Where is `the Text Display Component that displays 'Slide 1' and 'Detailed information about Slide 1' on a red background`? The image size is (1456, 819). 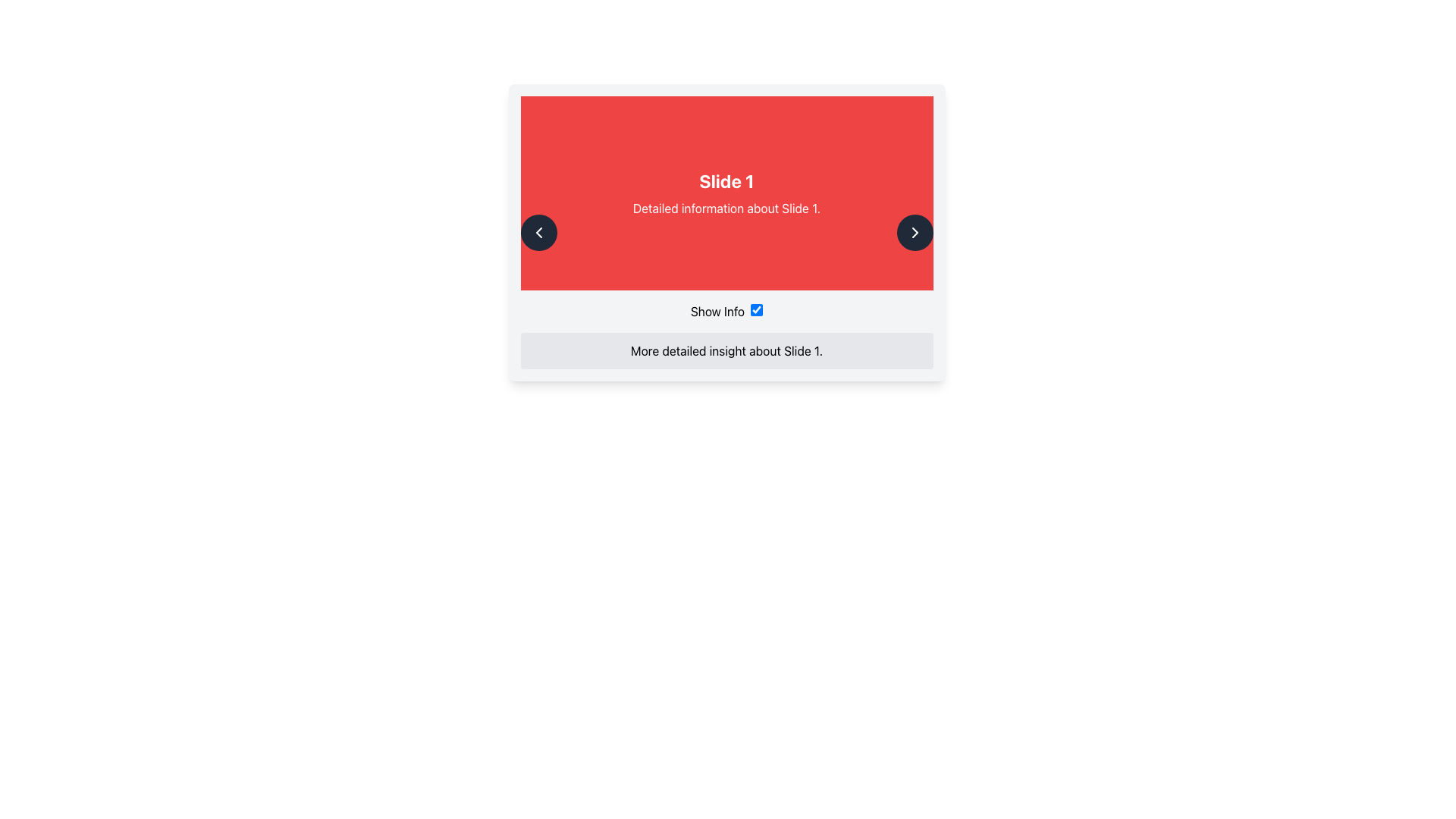 the Text Display Component that displays 'Slide 1' and 'Detailed information about Slide 1' on a red background is located at coordinates (726, 192).